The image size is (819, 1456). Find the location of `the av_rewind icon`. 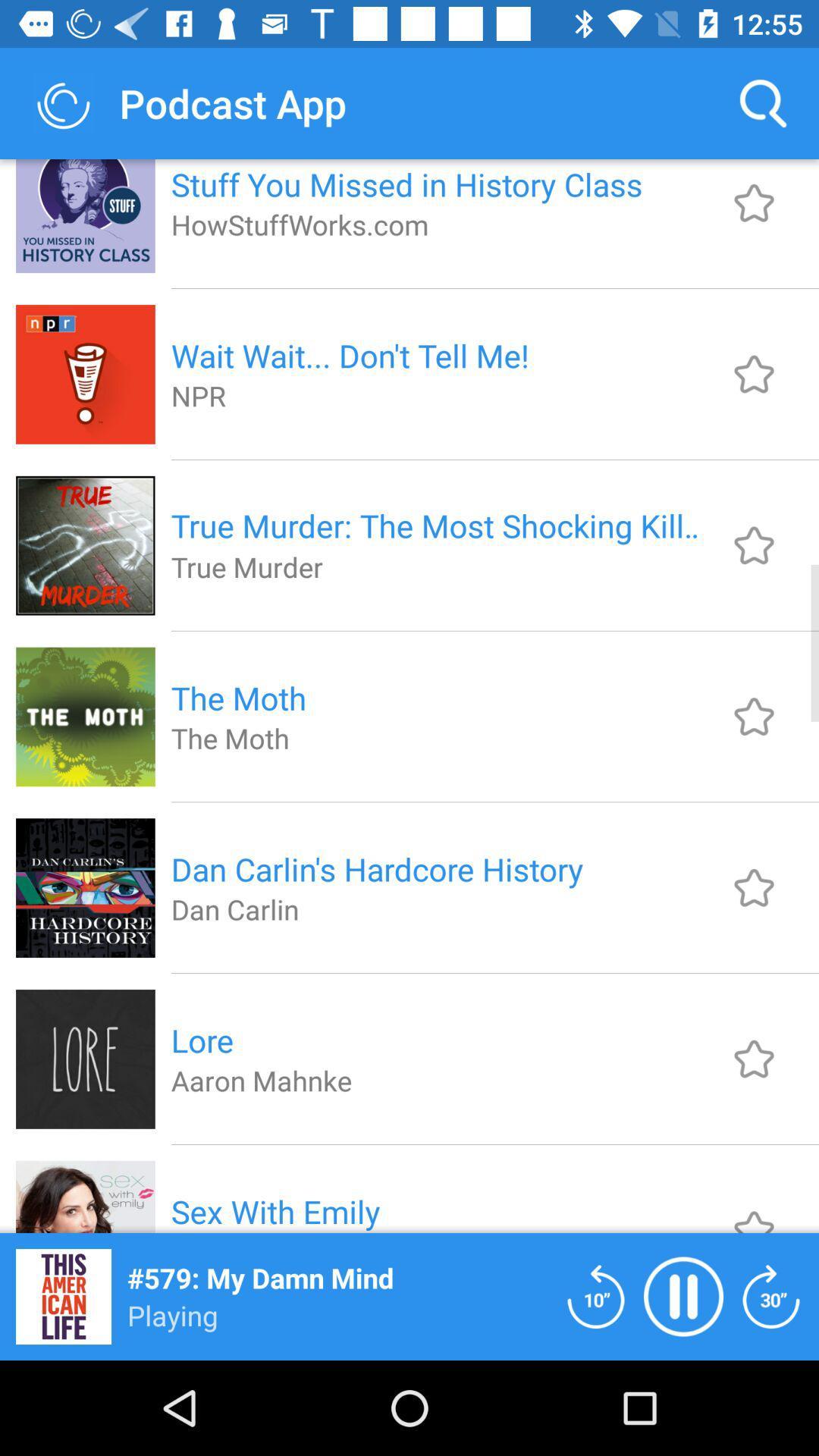

the av_rewind icon is located at coordinates (595, 1295).